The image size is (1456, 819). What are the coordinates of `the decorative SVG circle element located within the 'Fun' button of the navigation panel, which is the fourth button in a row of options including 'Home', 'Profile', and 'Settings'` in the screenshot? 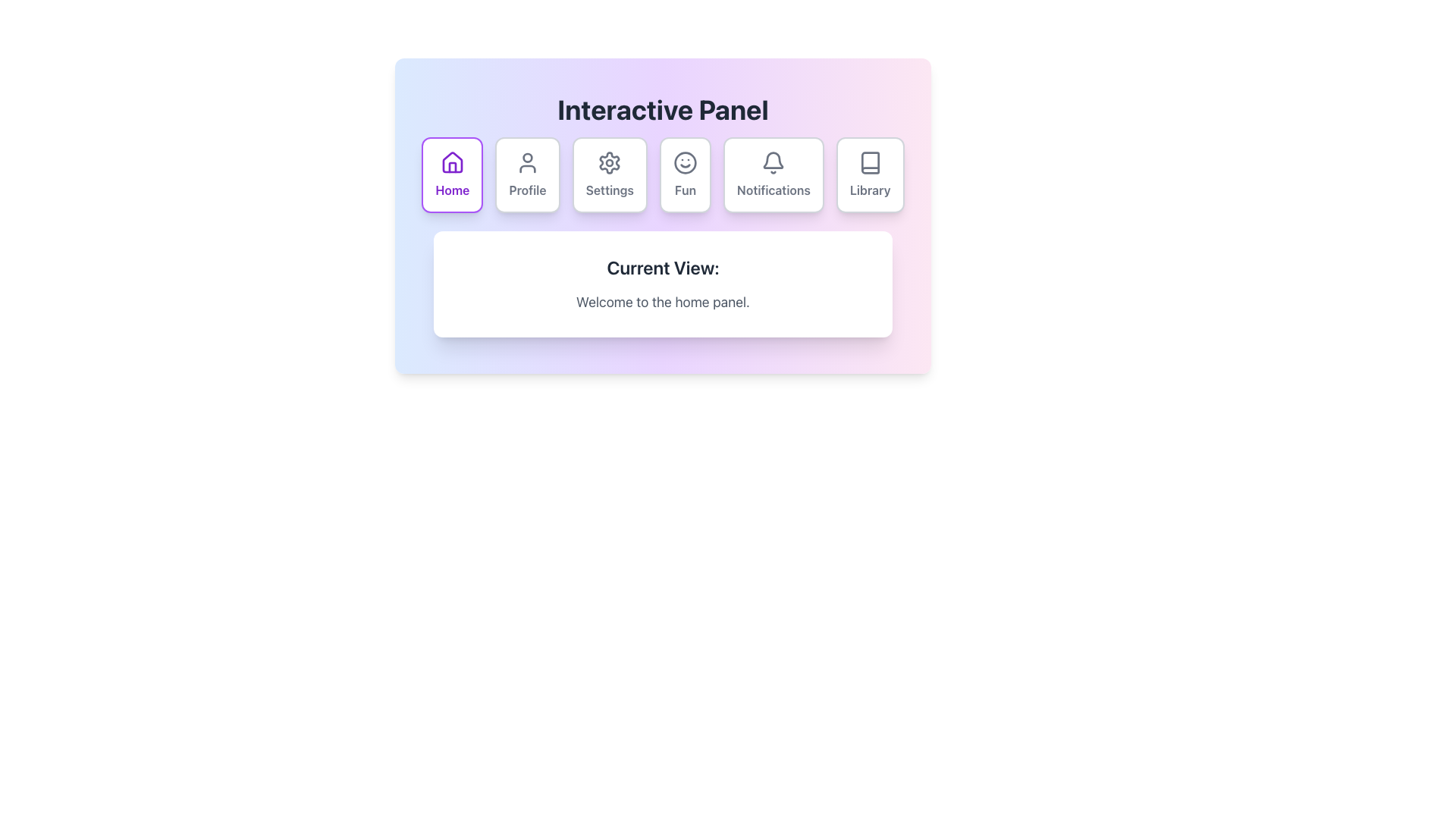 It's located at (684, 163).